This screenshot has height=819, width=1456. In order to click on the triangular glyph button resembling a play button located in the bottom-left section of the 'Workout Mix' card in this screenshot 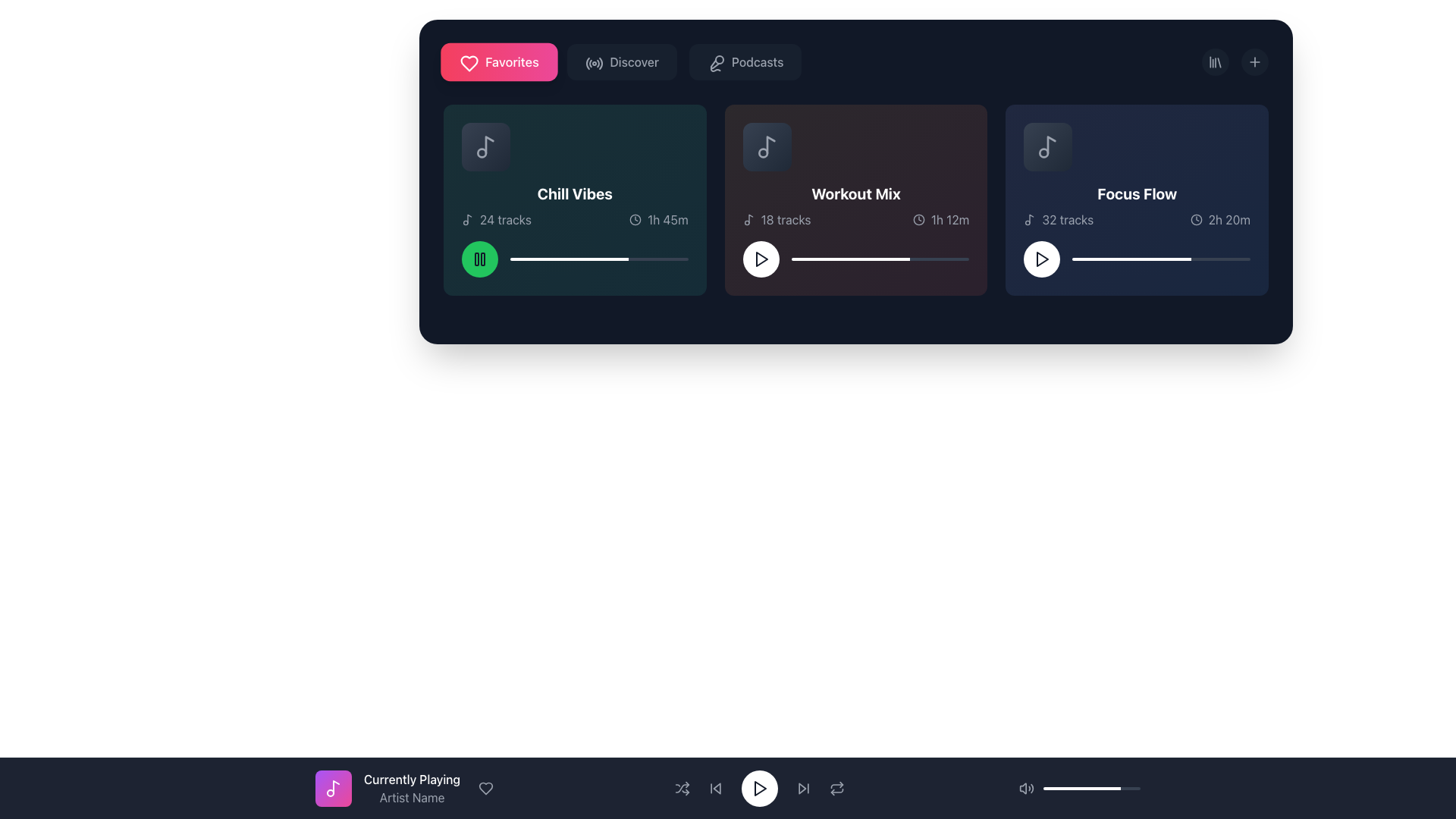, I will do `click(761, 259)`.